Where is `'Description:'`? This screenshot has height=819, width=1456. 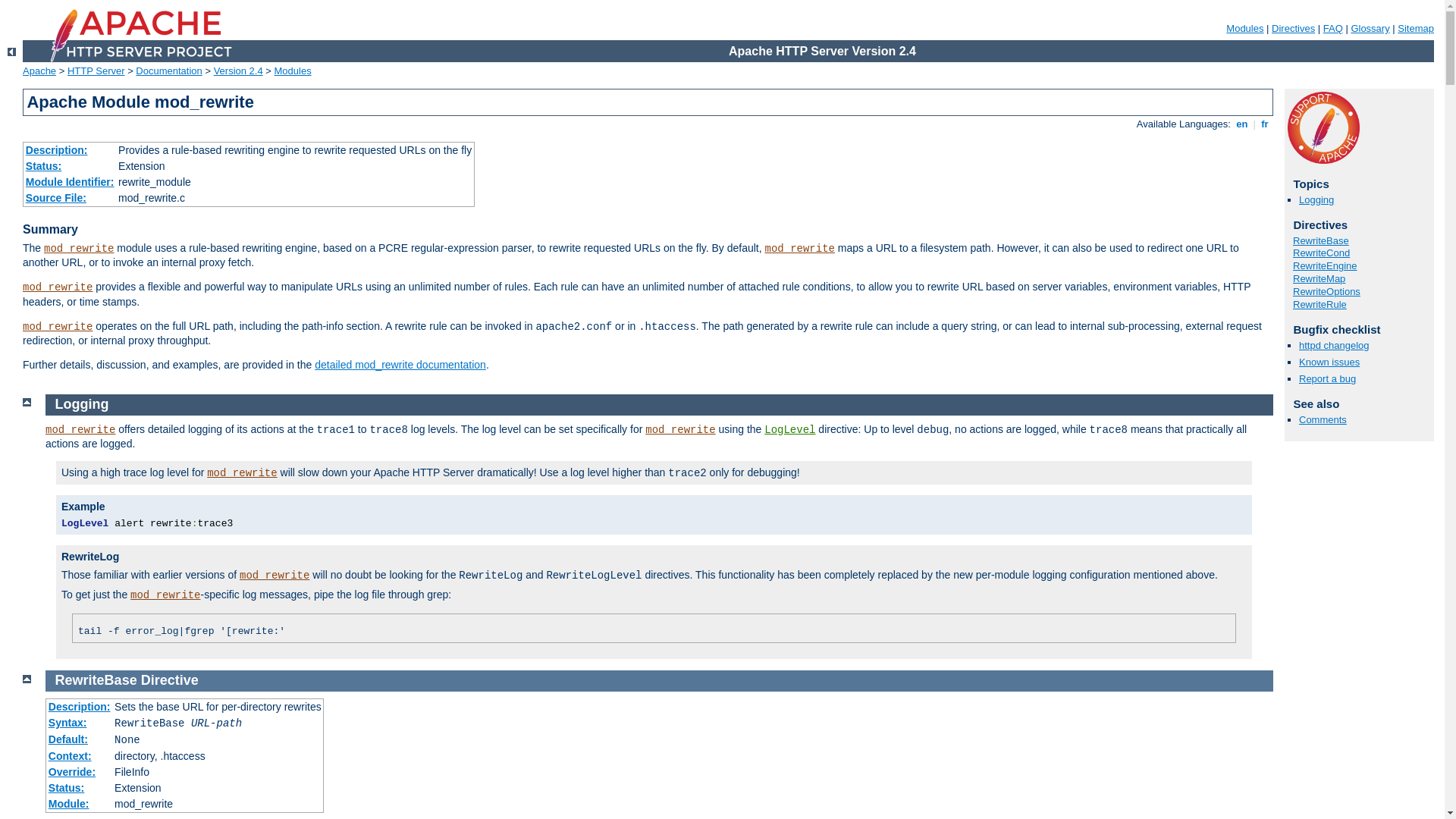
'Description:' is located at coordinates (79, 707).